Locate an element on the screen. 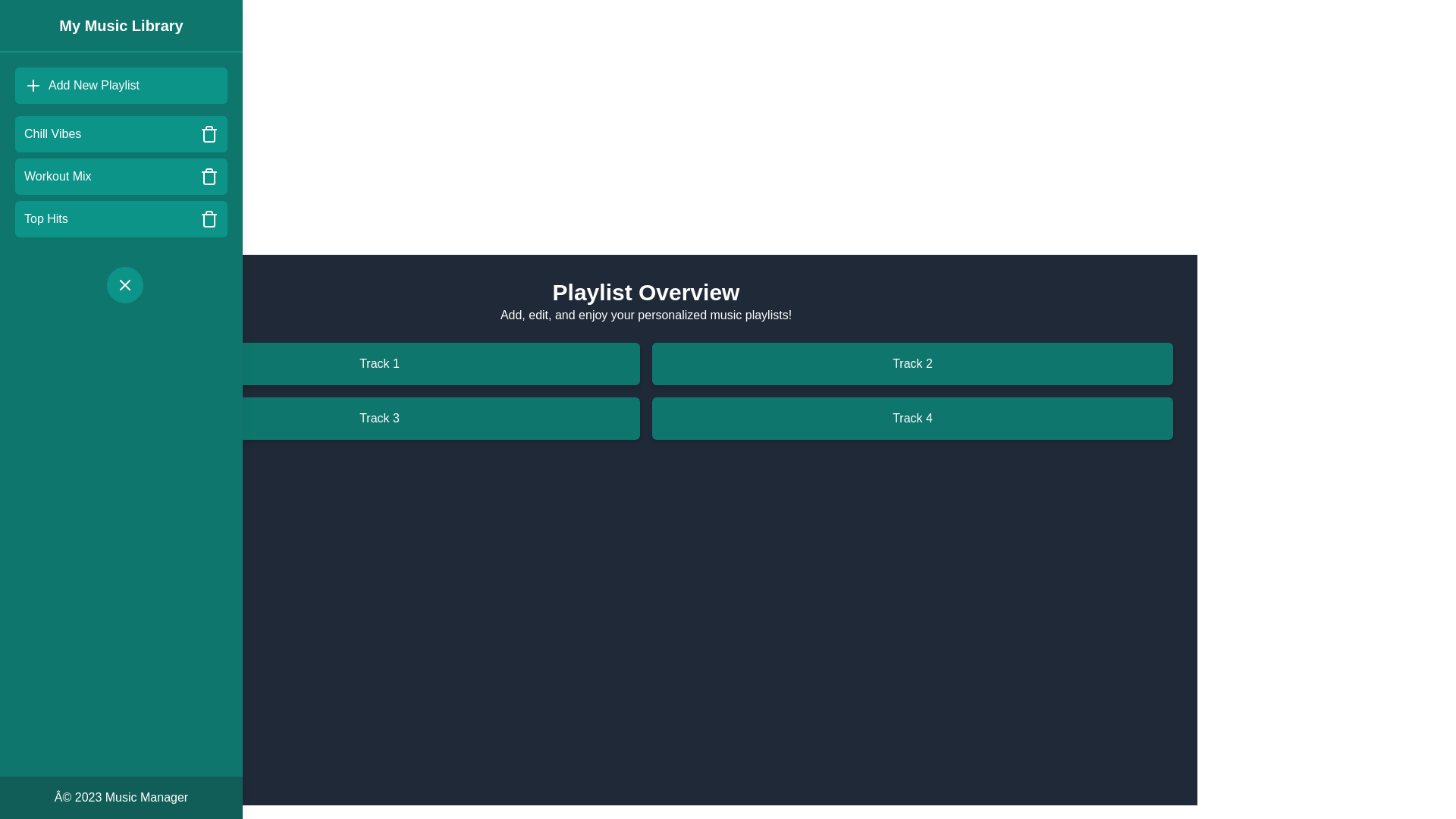  the 'plus' icon located to the left of the 'Add New Playlist' label in the sidebar to observe any visual effects is located at coordinates (33, 85).